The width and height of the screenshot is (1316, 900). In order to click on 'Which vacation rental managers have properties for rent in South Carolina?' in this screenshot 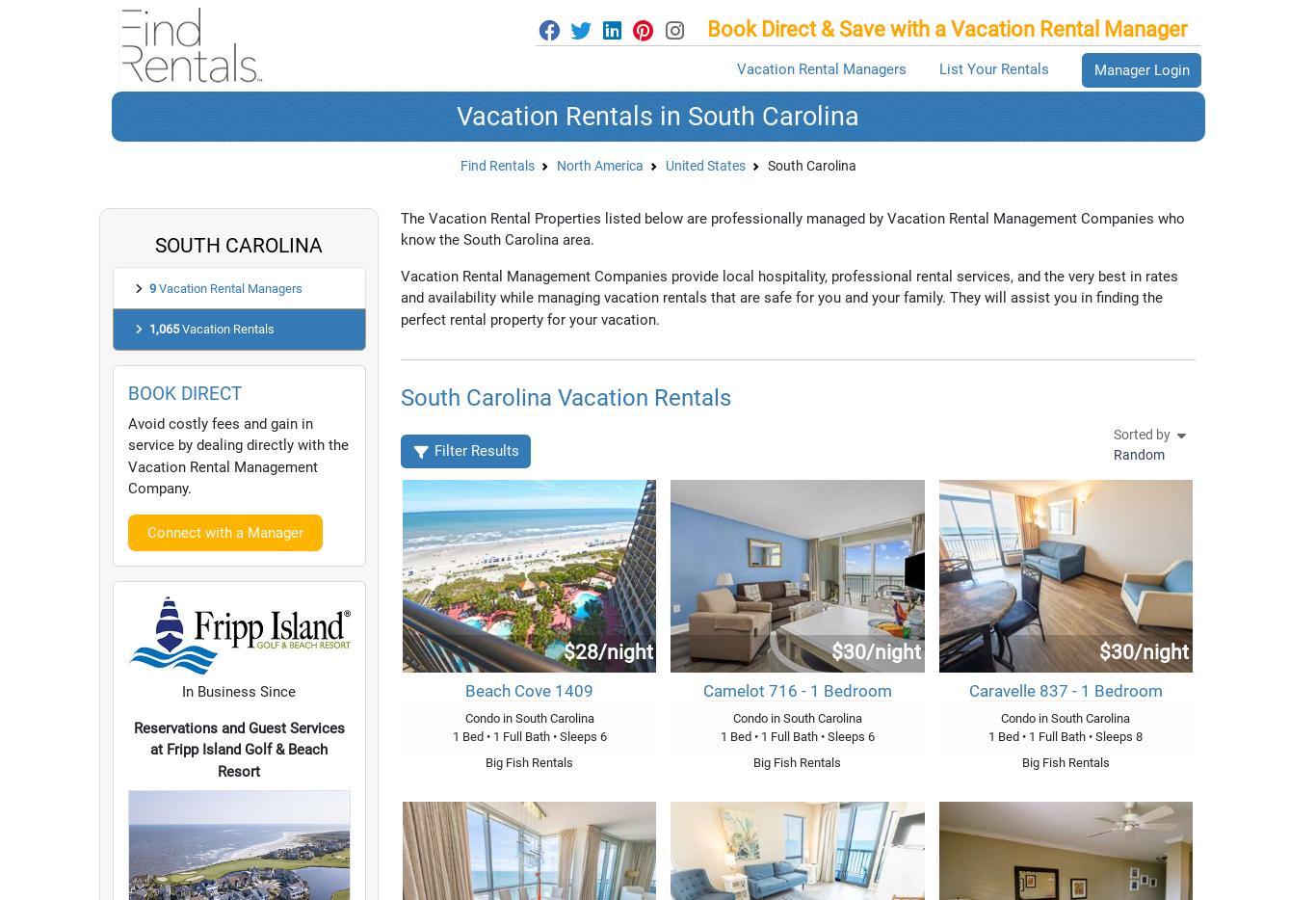, I will do `click(487, 326)`.